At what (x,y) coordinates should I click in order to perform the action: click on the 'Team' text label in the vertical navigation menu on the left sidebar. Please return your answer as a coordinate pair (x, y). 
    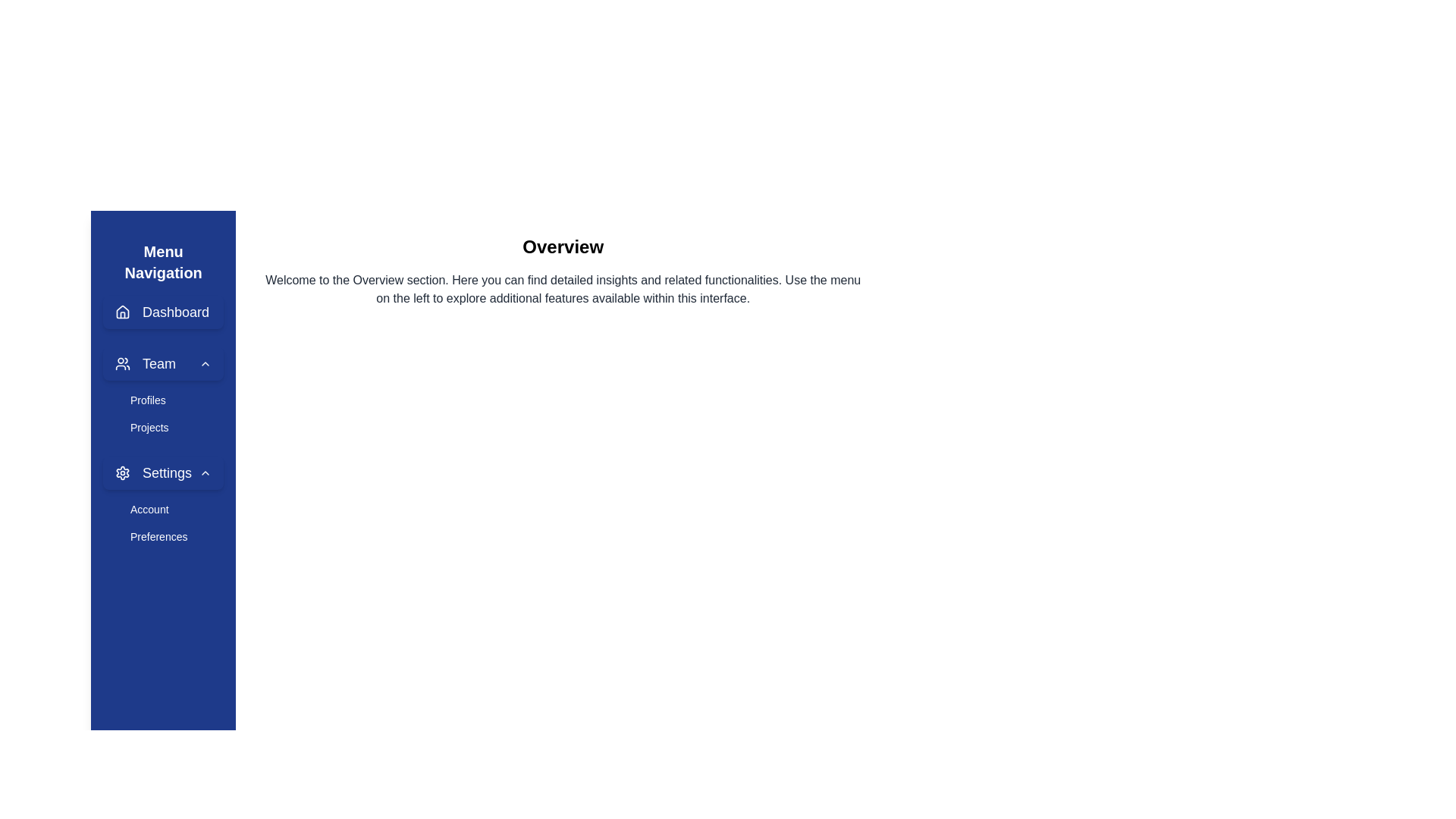
    Looking at the image, I should click on (171, 363).